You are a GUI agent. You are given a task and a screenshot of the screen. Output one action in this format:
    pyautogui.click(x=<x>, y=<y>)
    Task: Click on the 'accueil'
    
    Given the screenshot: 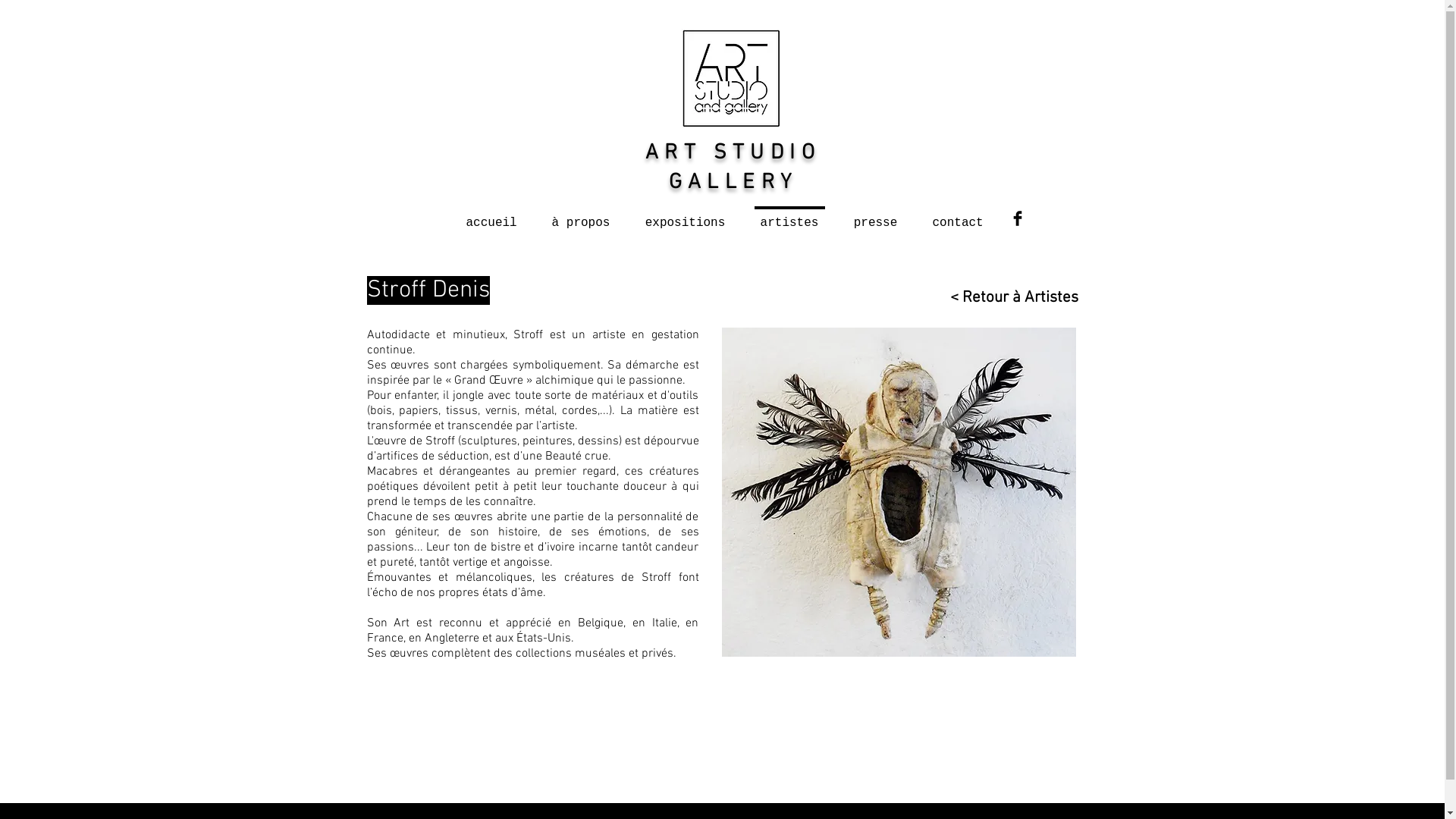 What is the action you would take?
    pyautogui.click(x=491, y=216)
    